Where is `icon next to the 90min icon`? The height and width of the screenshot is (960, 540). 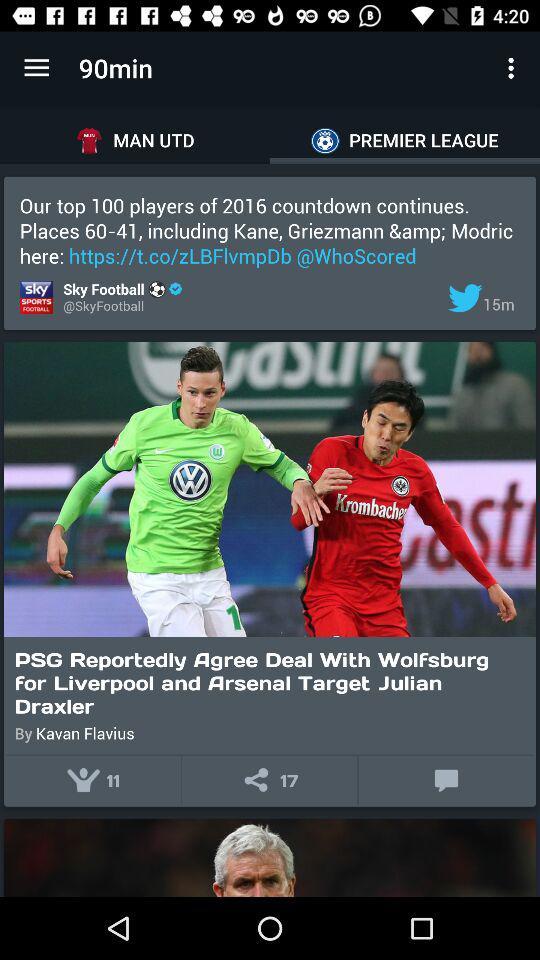 icon next to the 90min icon is located at coordinates (36, 68).